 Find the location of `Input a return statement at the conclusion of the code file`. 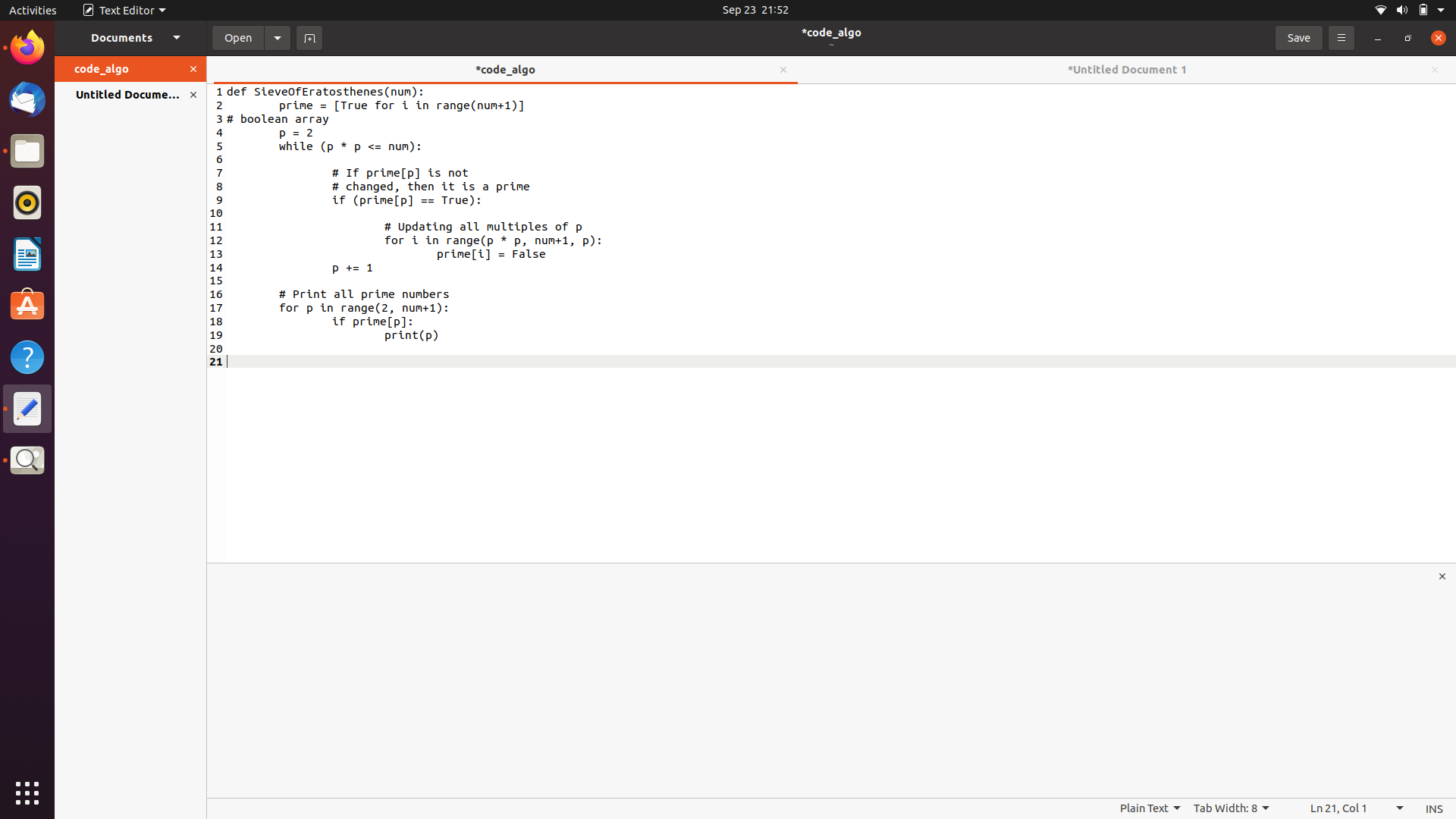

Input a return statement at the conclusion of the code file is located at coordinates (839, 458).